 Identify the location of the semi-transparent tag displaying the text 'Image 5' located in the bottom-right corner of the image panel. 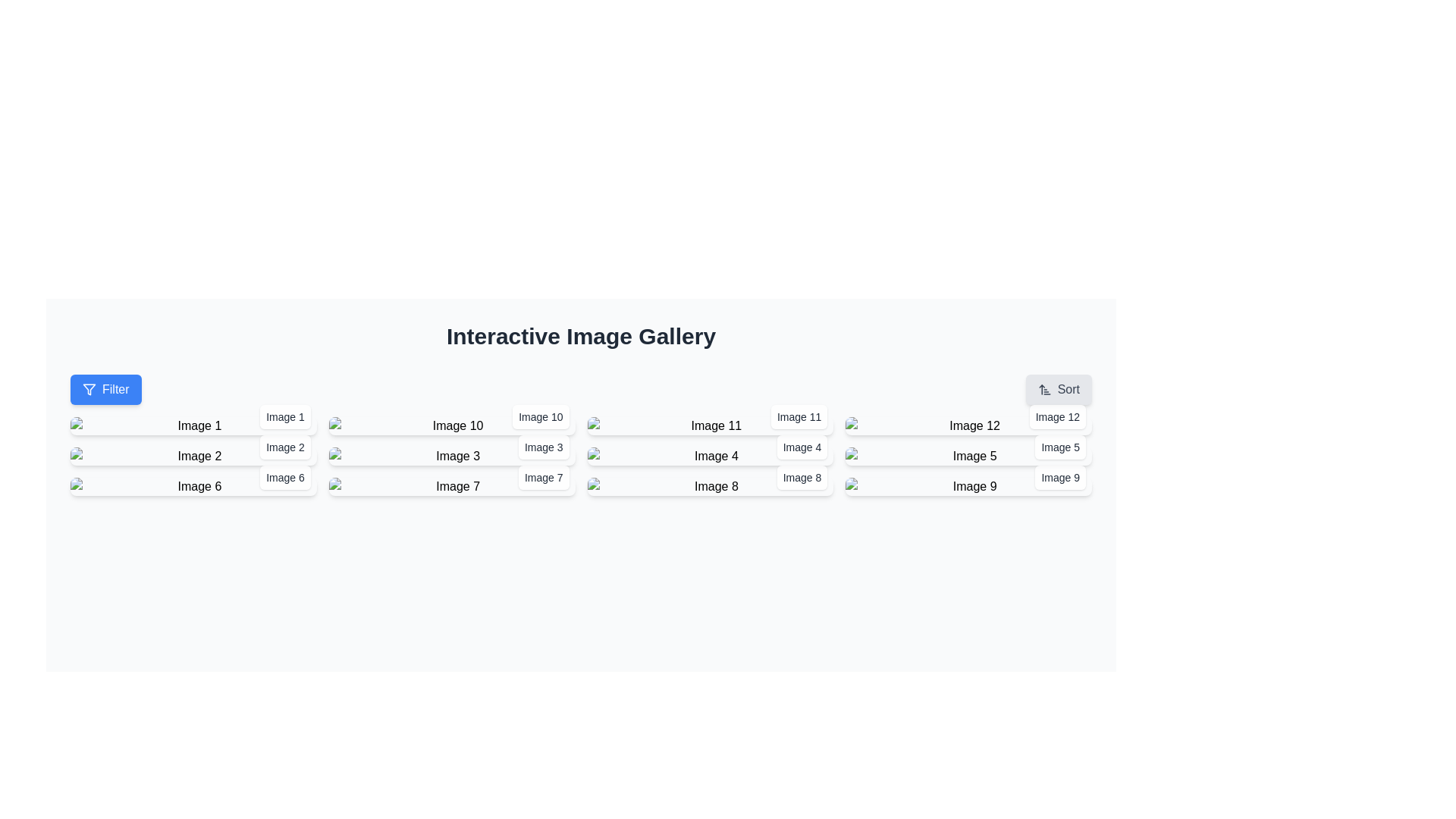
(1059, 447).